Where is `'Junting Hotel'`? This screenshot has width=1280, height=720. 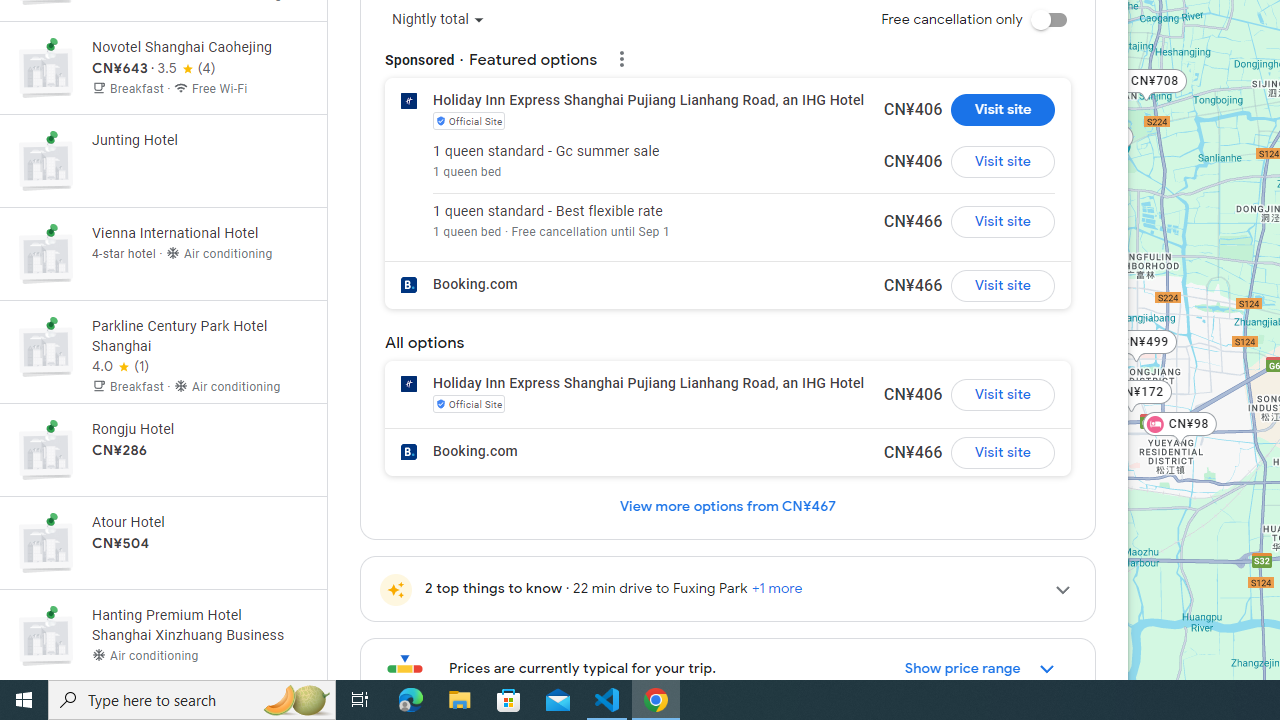
'Junting Hotel' is located at coordinates (163, 160).